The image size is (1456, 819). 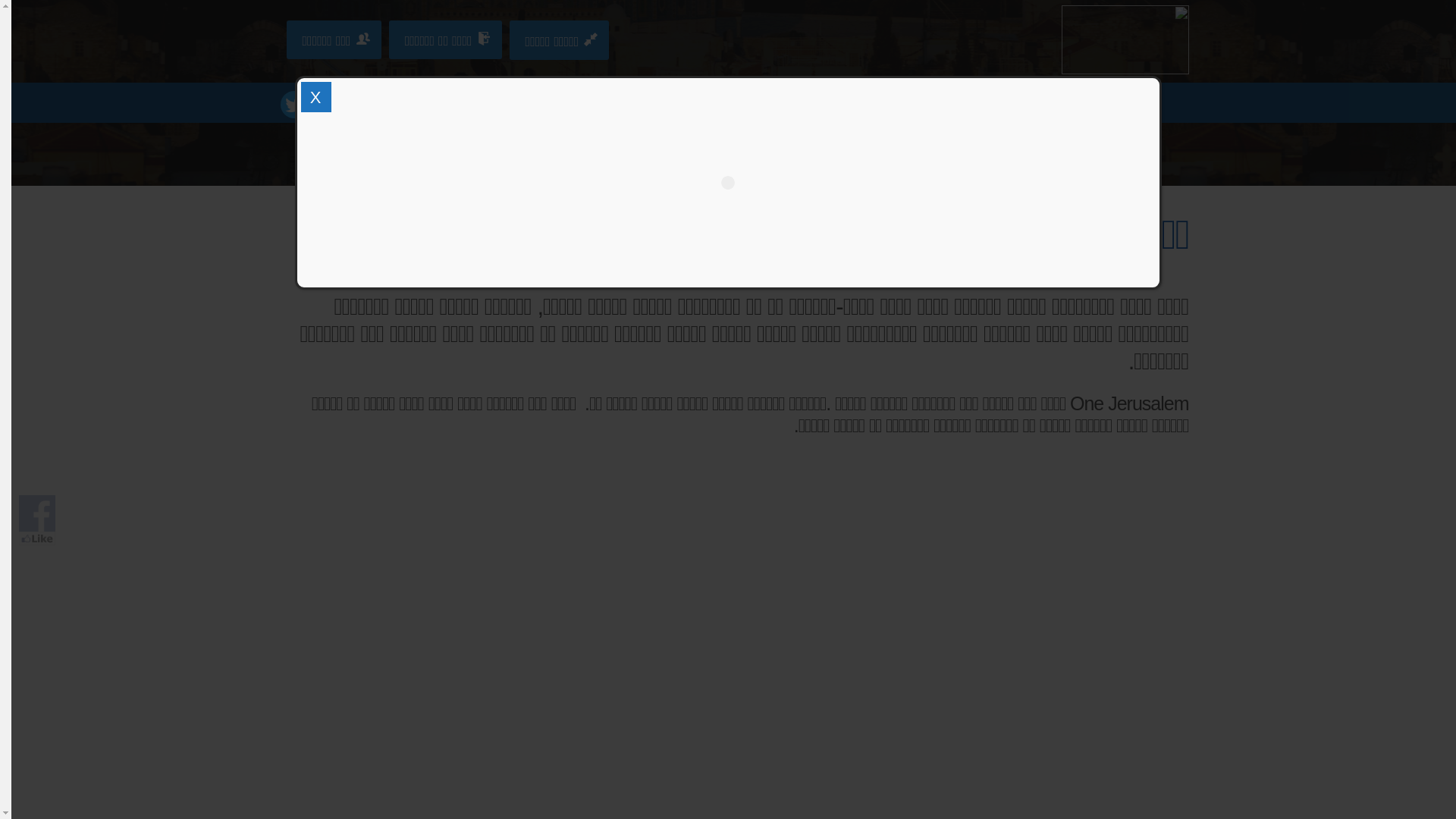 What do you see at coordinates (315, 96) in the screenshot?
I see `'X'` at bounding box center [315, 96].